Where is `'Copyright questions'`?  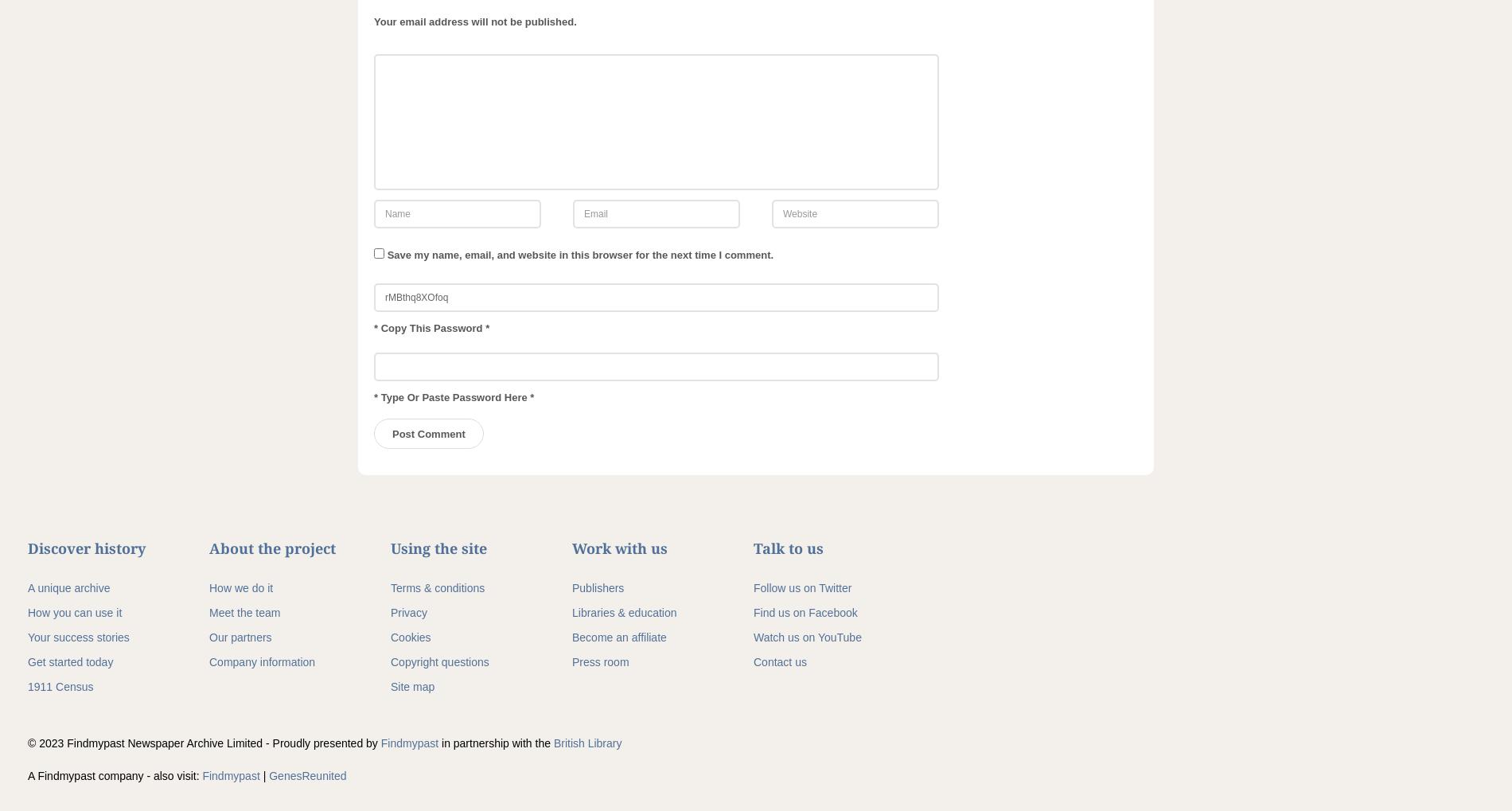 'Copyright questions' is located at coordinates (439, 661).